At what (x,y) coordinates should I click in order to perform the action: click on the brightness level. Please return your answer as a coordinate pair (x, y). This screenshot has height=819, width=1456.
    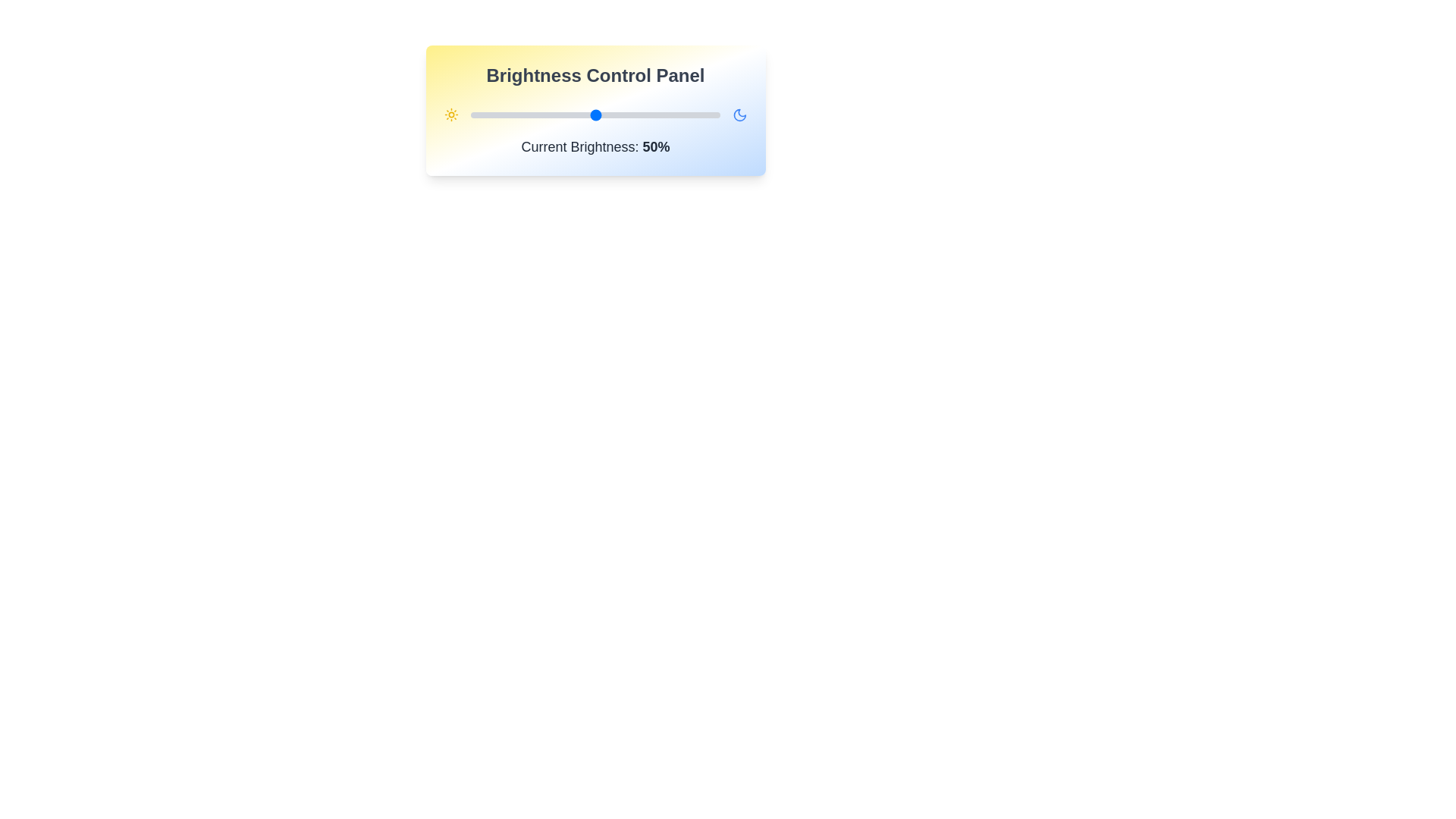
    Looking at the image, I should click on (679, 114).